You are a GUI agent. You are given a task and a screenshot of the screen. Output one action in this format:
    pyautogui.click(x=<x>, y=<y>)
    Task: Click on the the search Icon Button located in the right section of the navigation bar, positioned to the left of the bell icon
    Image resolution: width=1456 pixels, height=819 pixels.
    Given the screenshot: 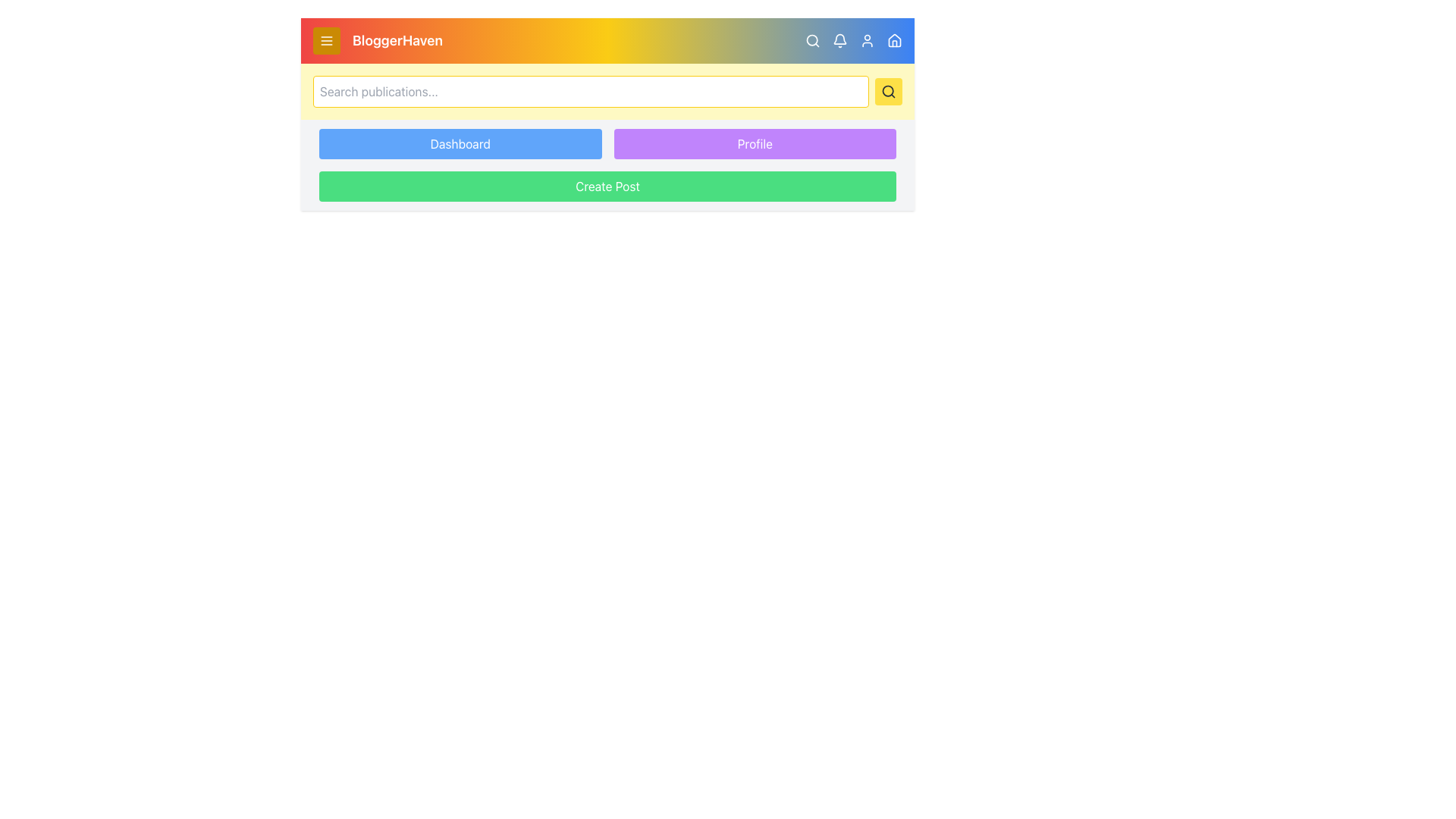 What is the action you would take?
    pyautogui.click(x=811, y=40)
    